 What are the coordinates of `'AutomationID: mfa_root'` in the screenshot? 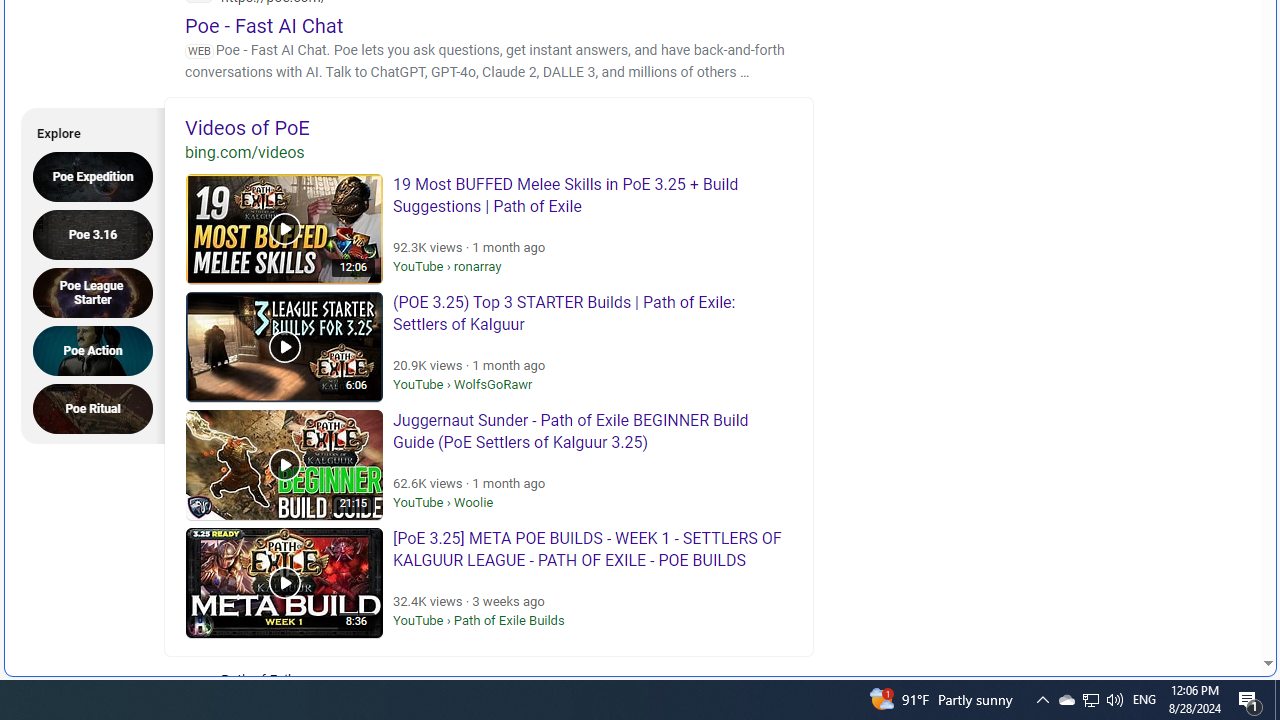 It's located at (1192, 602).